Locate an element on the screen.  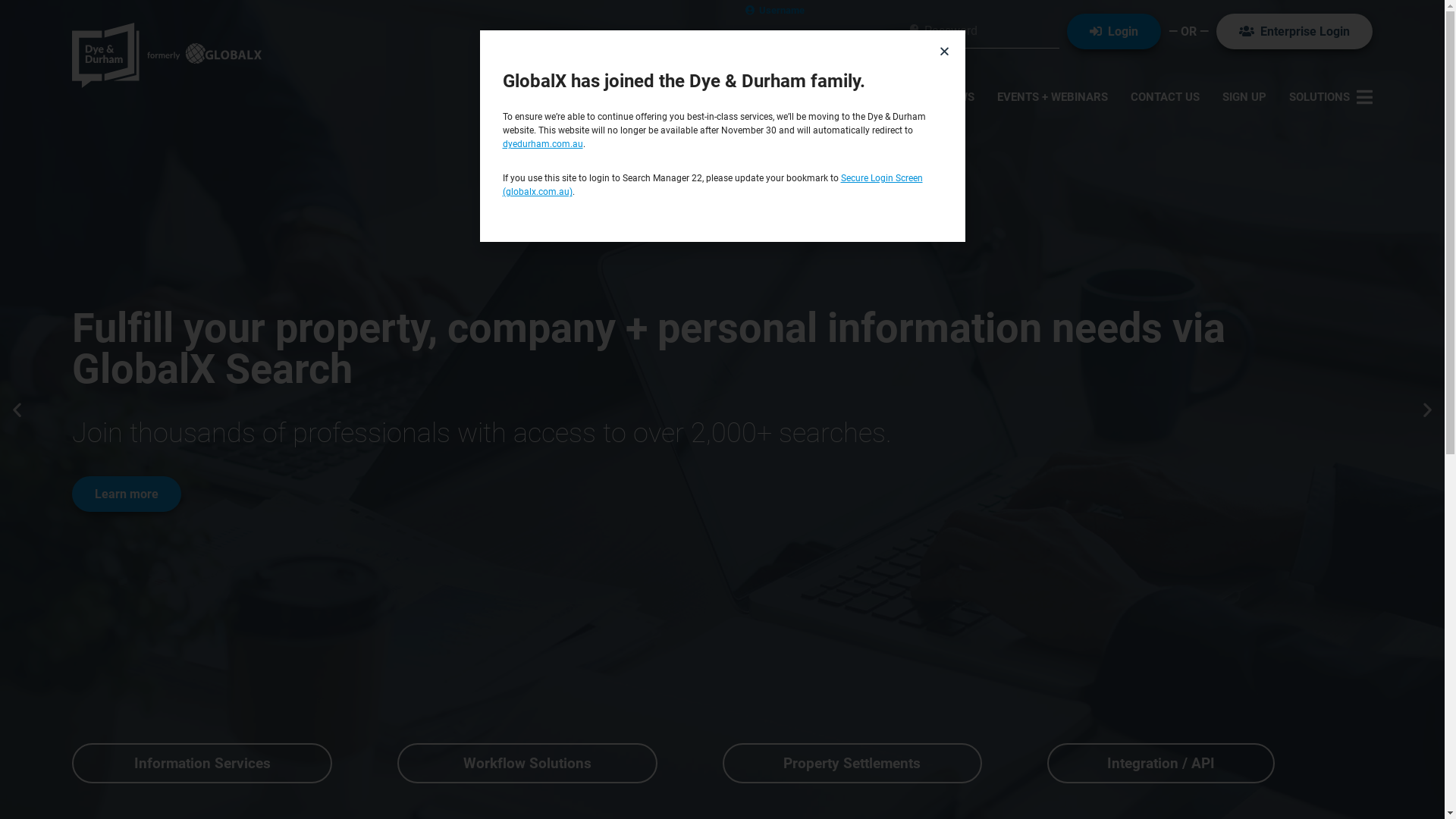
'  Login' is located at coordinates (1113, 31).